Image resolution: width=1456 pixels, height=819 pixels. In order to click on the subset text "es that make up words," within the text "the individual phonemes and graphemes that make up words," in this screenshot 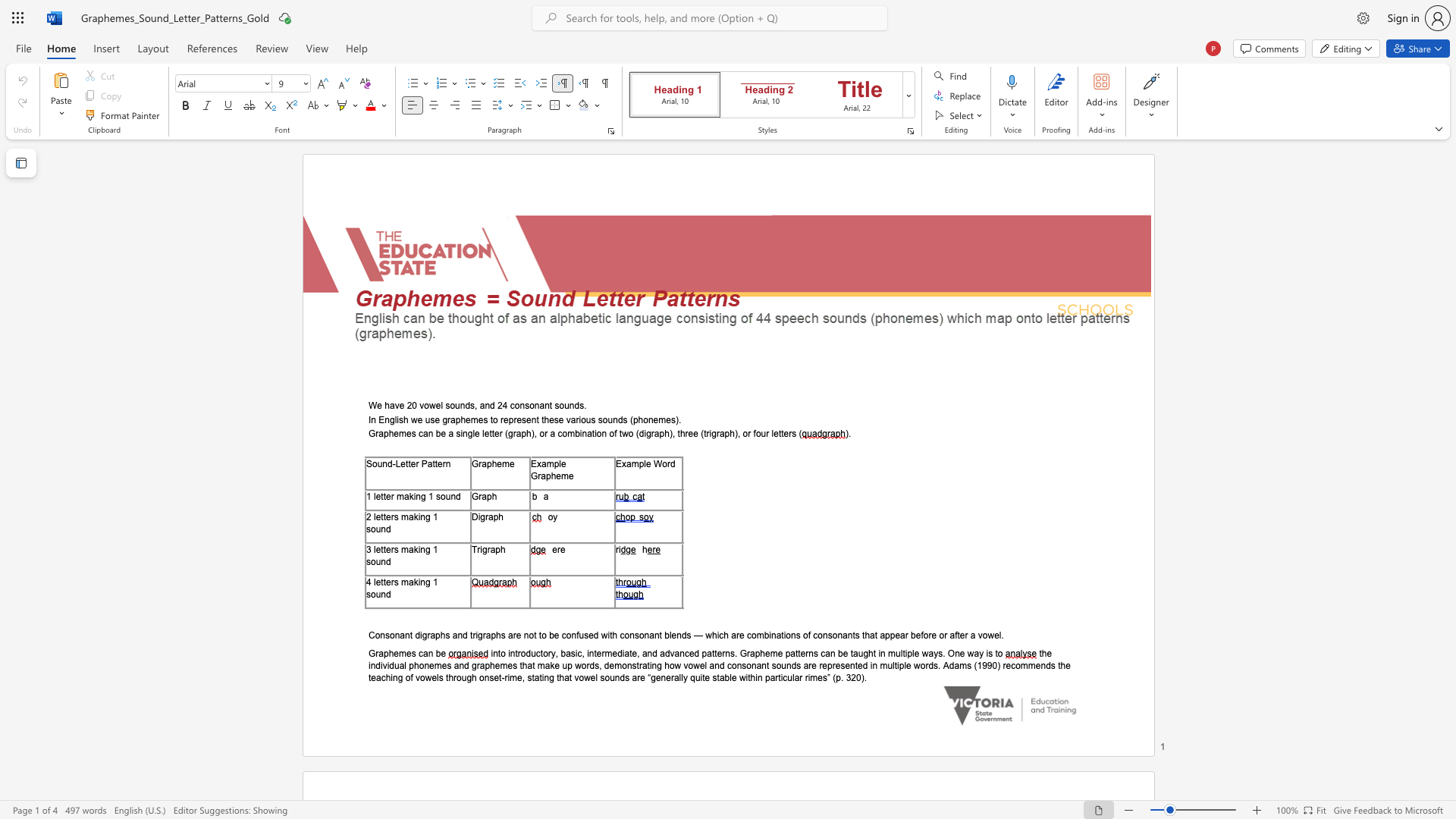, I will do `click(507, 664)`.